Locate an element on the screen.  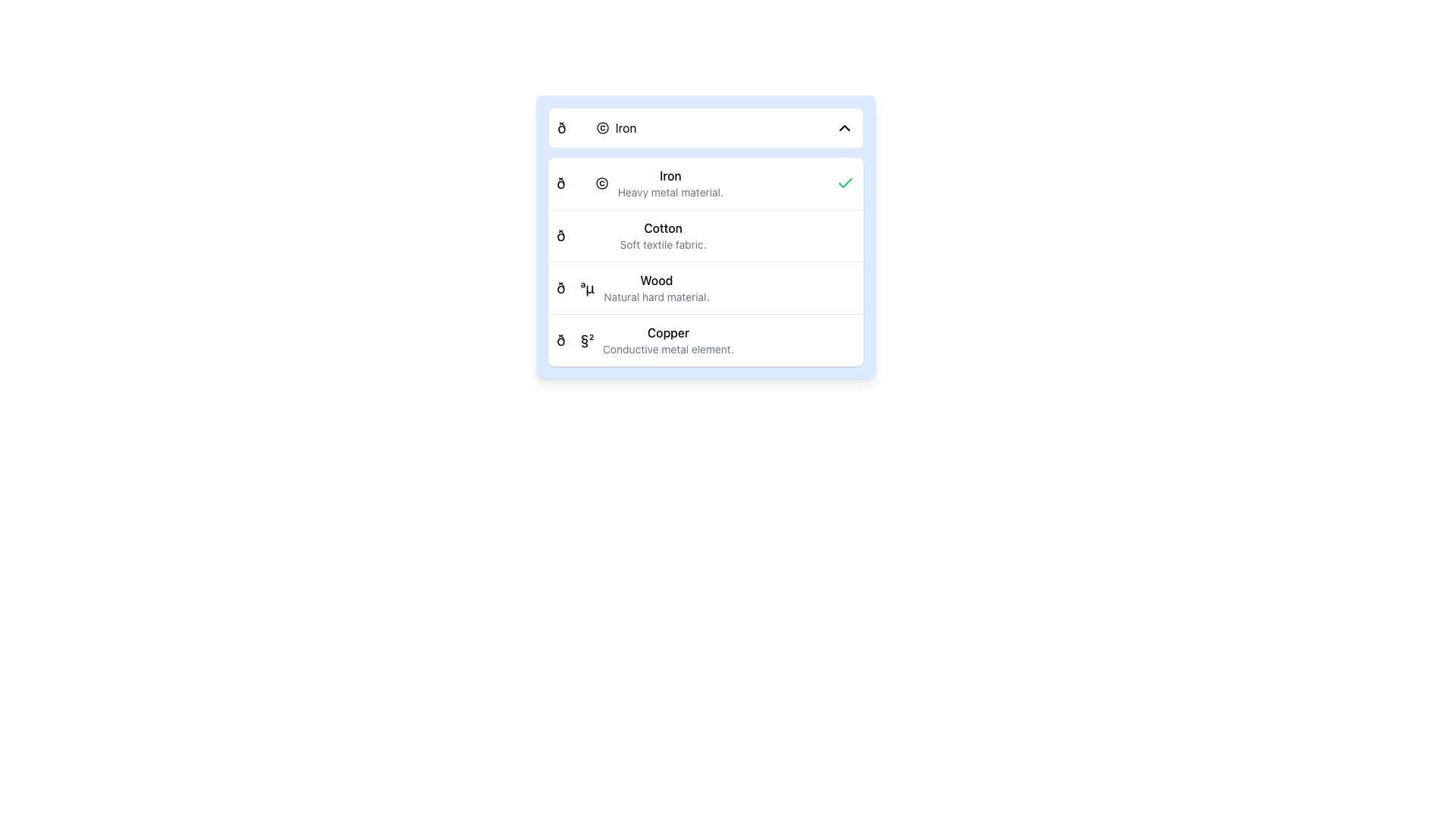
the green checkmark icon indicating approval in the dropdown menu for 'Iron' is located at coordinates (844, 183).